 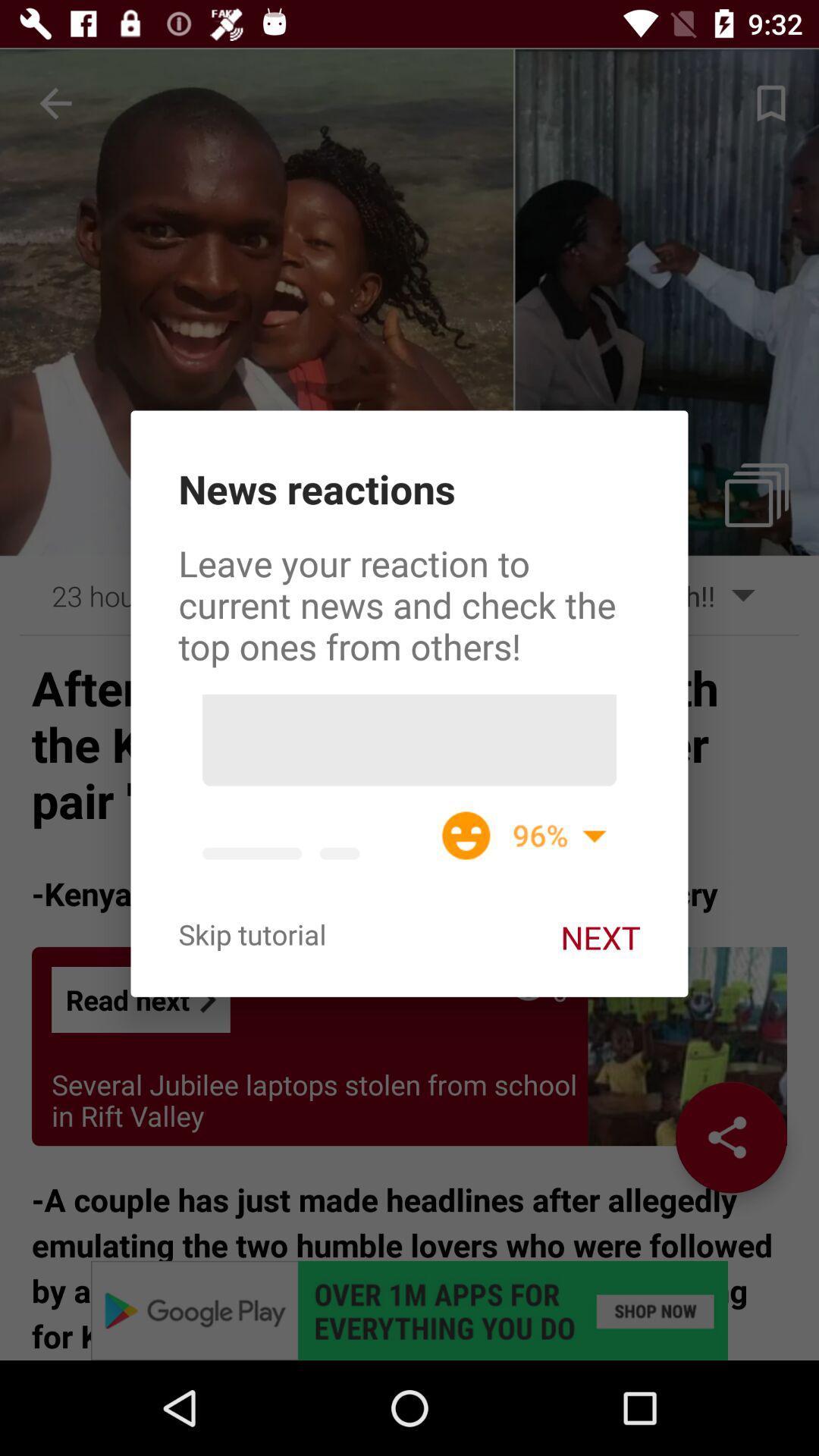 I want to click on item next to skip tutorial, so click(x=599, y=937).